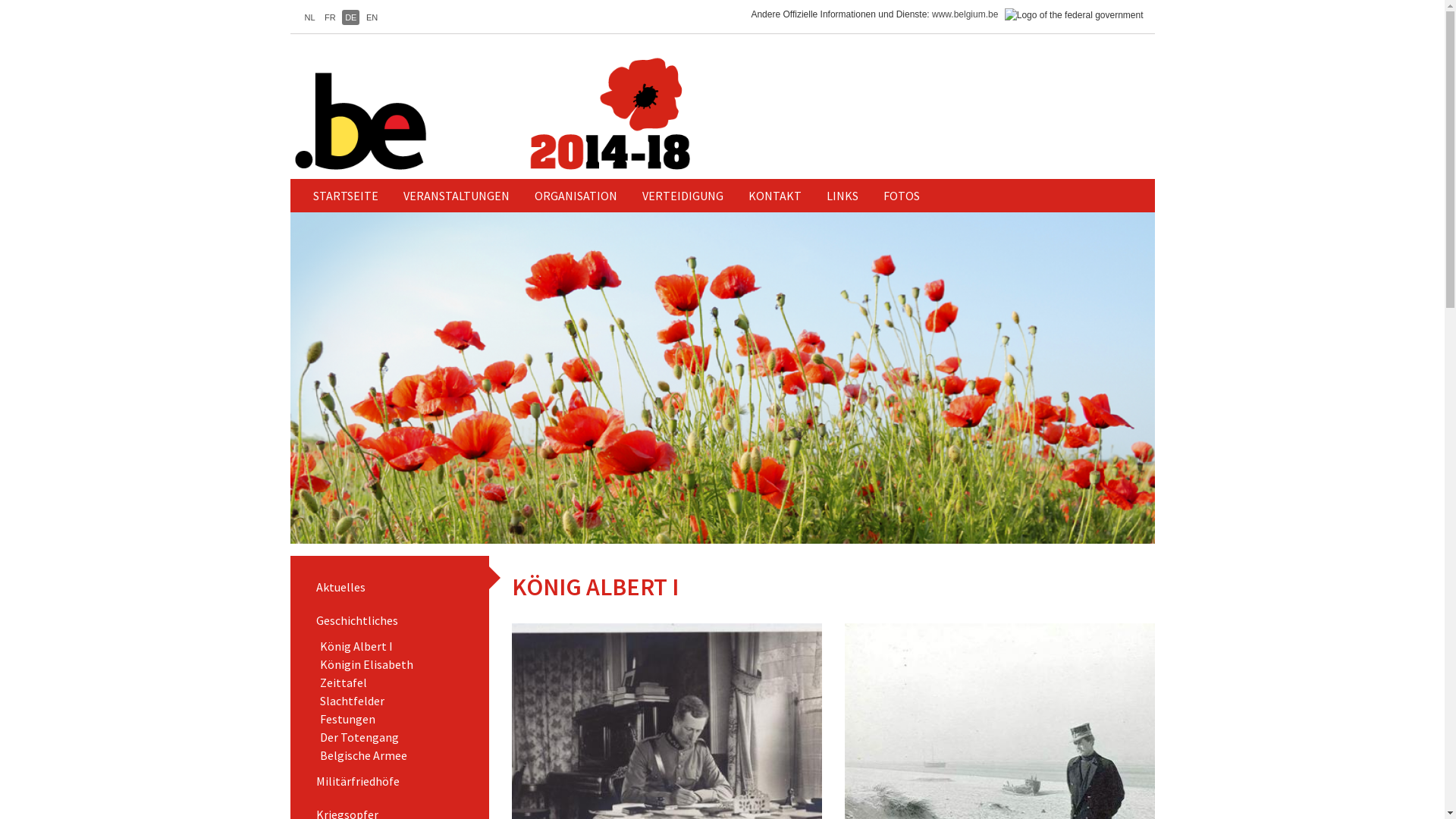 The image size is (1456, 819). I want to click on 'Festungen', so click(347, 718).